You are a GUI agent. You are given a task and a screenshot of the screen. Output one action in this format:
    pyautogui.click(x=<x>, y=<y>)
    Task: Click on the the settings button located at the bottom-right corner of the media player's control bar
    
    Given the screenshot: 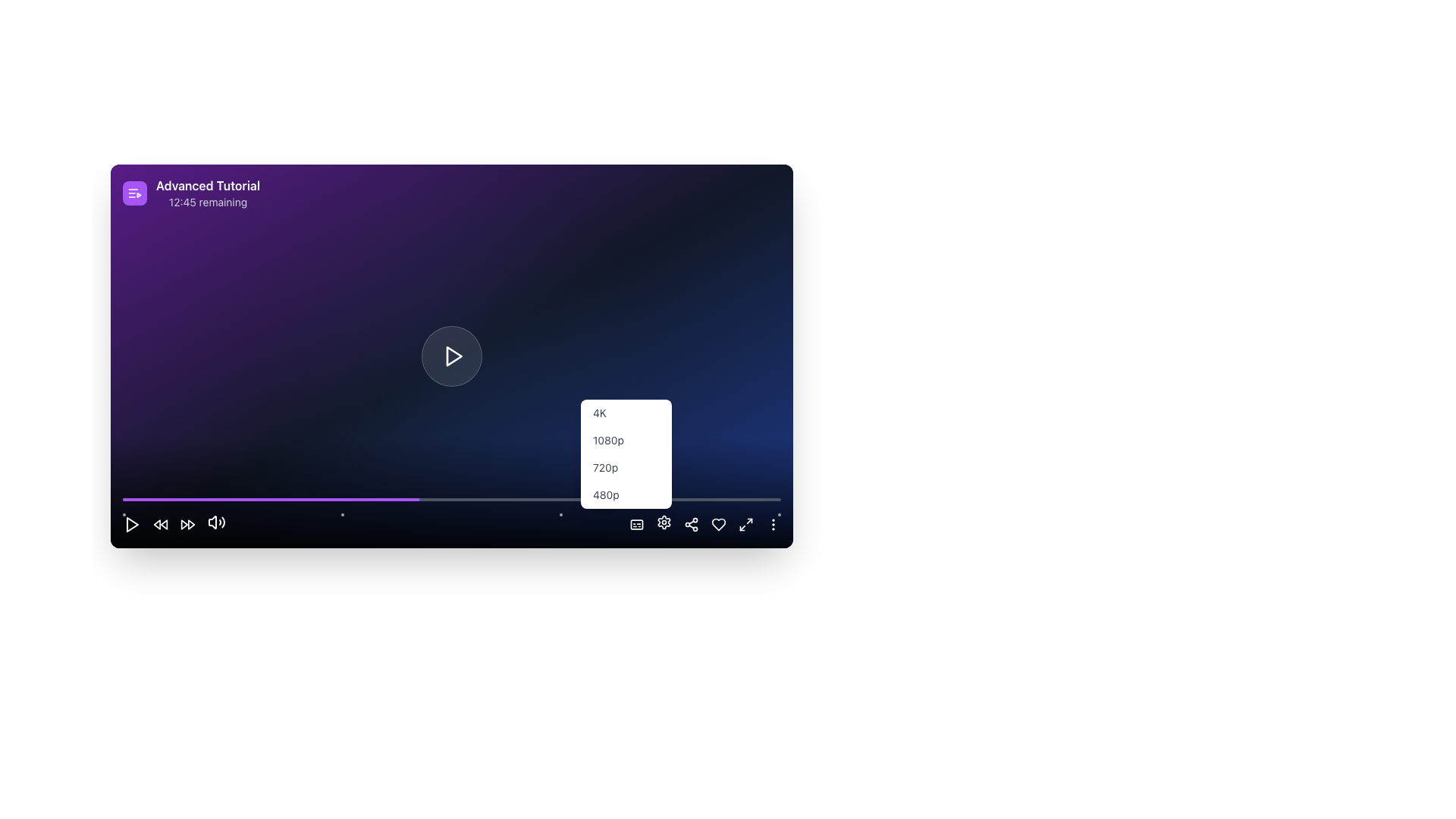 What is the action you would take?
    pyautogui.click(x=664, y=522)
    